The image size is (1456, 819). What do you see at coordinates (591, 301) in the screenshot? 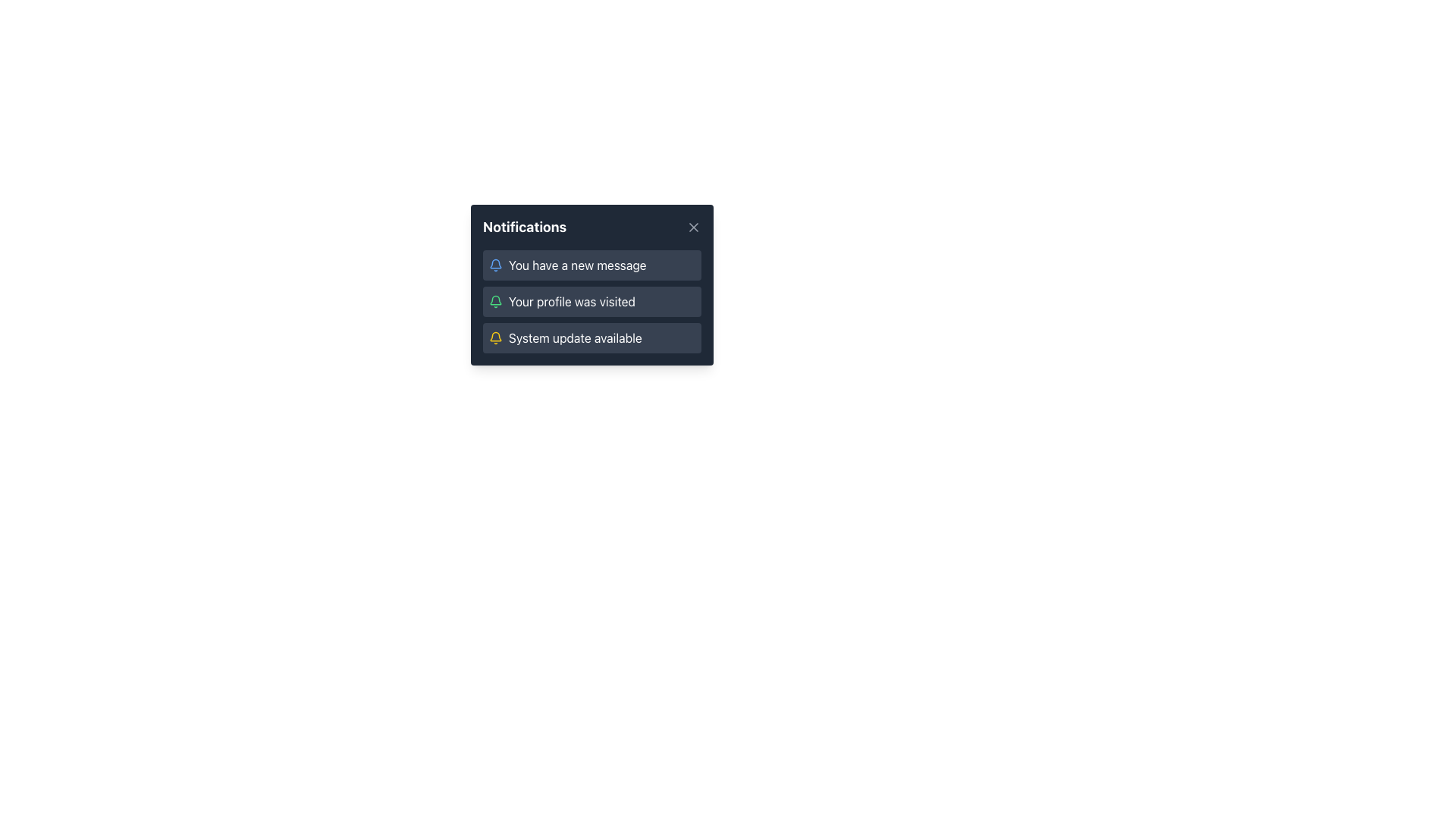
I see `the second notification entry in the notification panel that indicates the user's profile has been visited` at bounding box center [591, 301].